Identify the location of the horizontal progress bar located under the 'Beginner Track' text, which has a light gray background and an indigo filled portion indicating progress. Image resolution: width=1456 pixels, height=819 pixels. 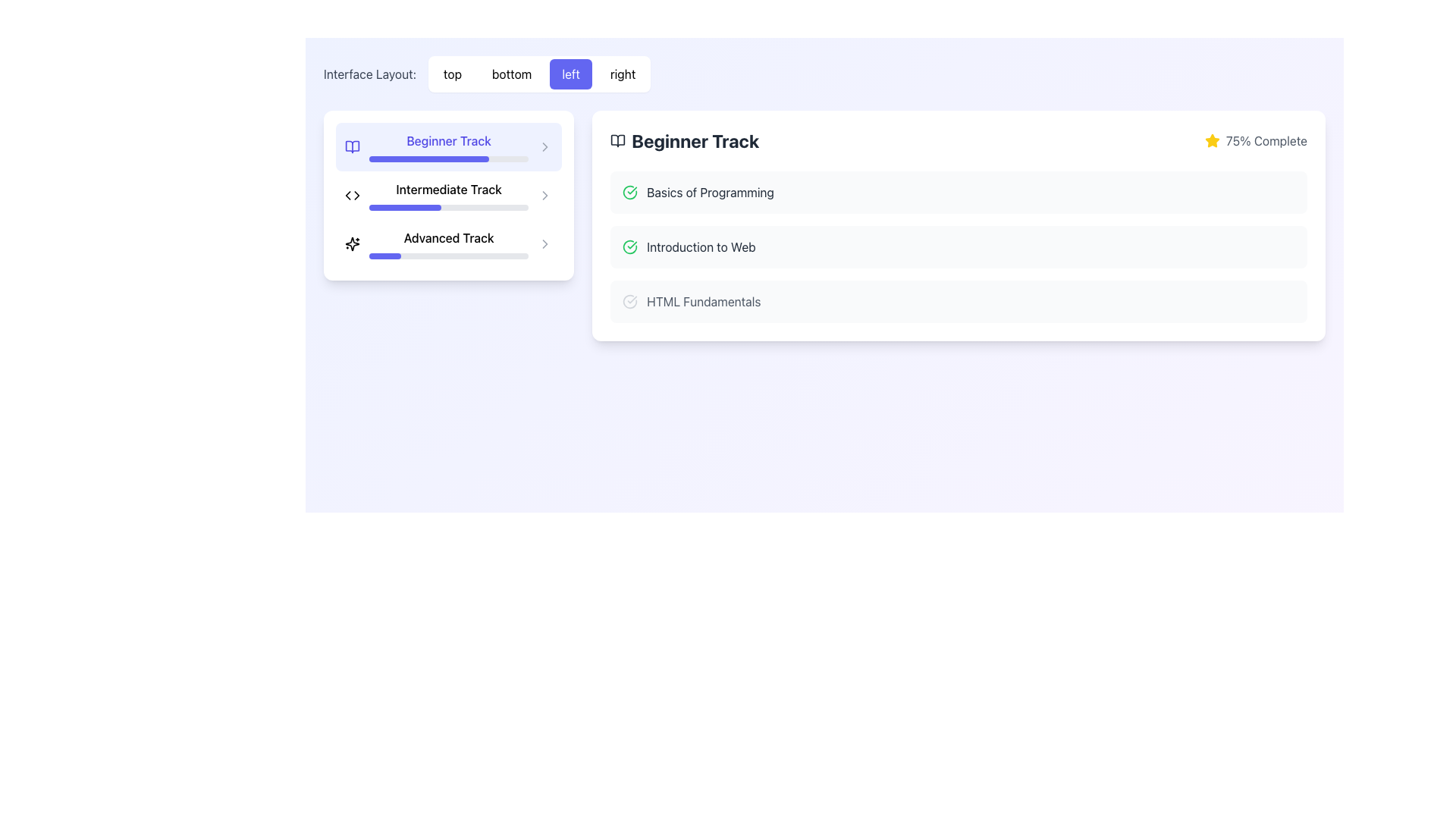
(448, 158).